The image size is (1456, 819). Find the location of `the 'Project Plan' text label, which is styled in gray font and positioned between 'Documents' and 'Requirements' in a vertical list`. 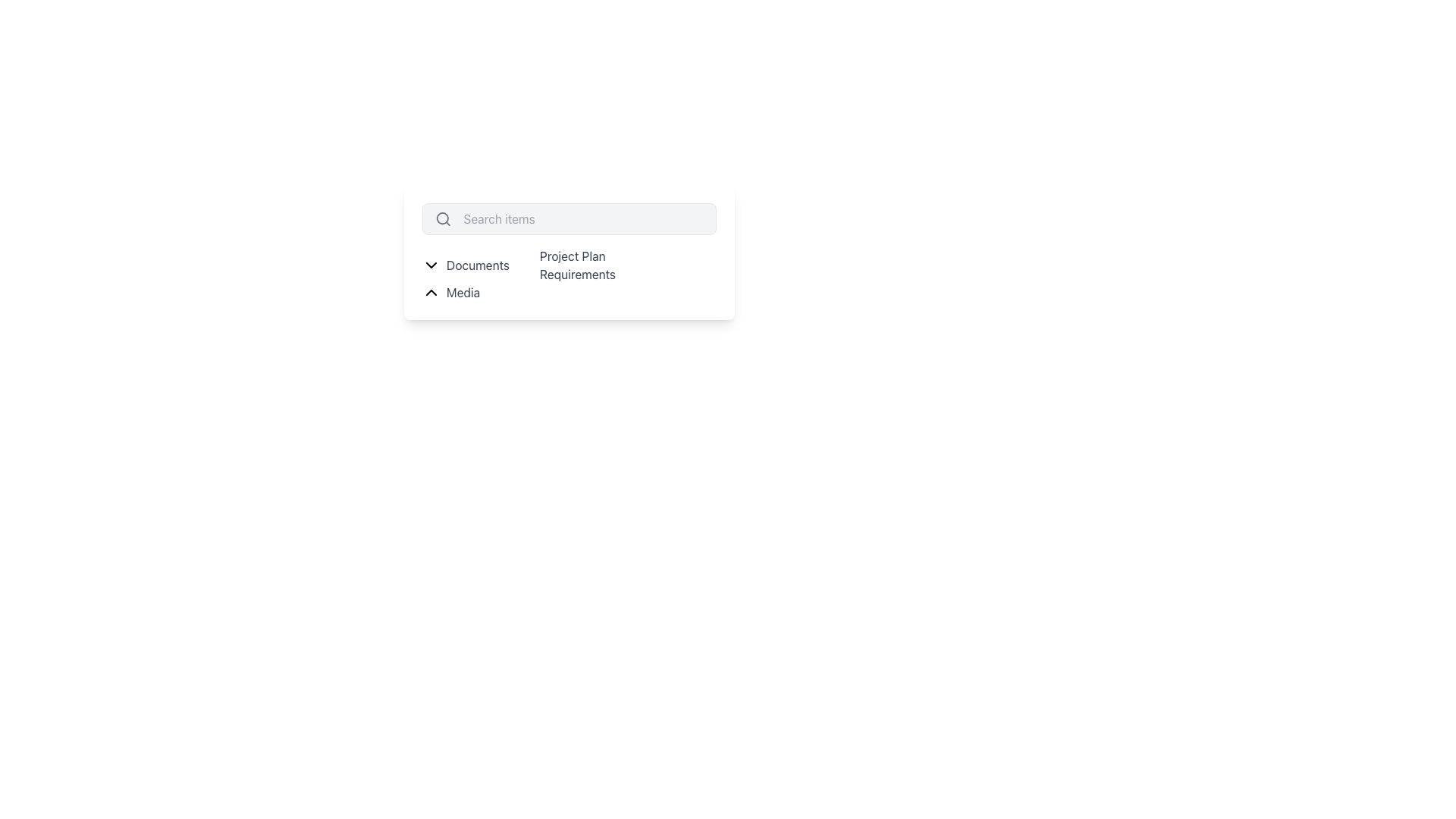

the 'Project Plan' text label, which is styled in gray font and positioned between 'Documents' and 'Requirements' in a vertical list is located at coordinates (572, 256).